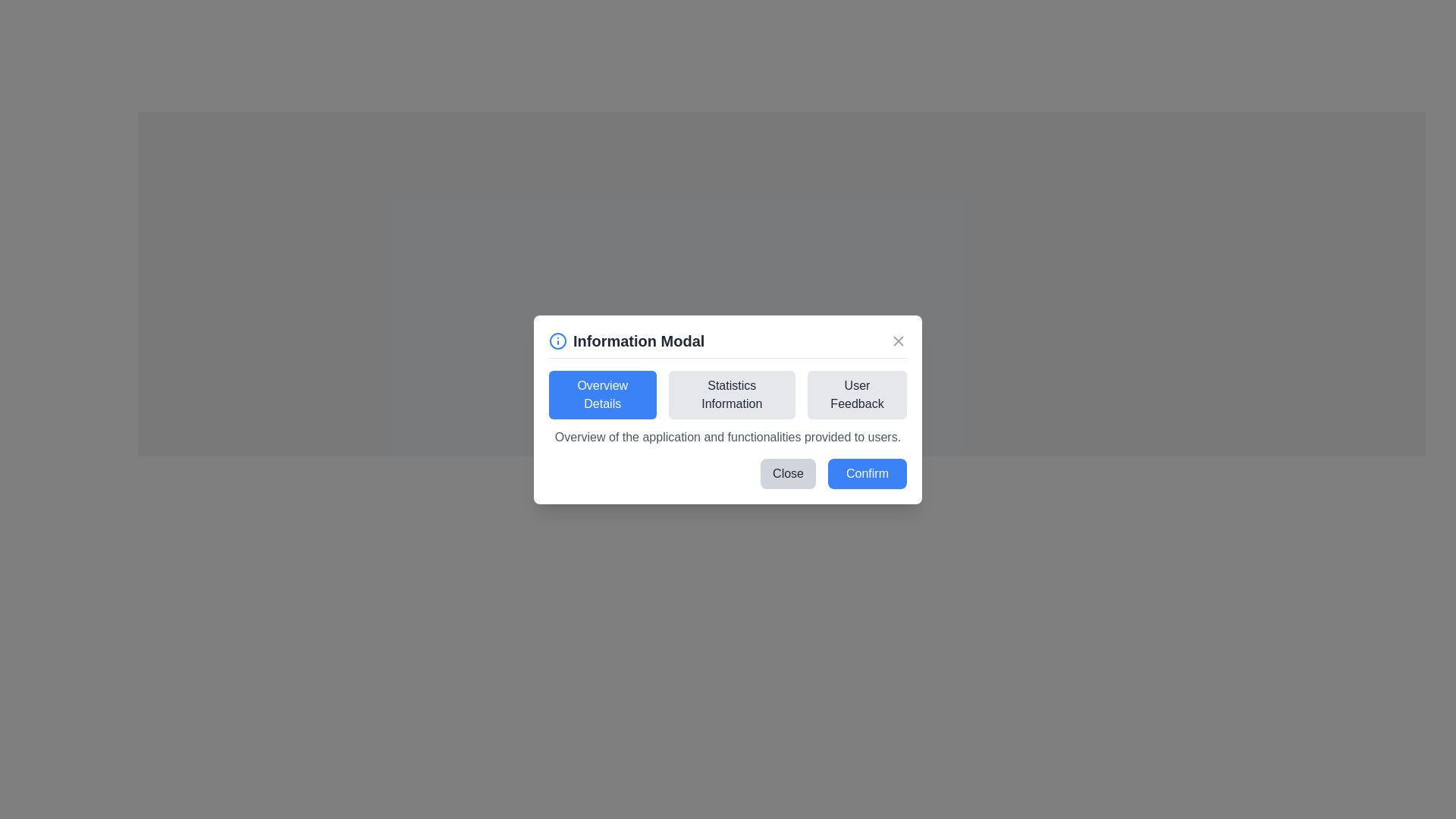 The width and height of the screenshot is (1456, 819). Describe the element at coordinates (867, 472) in the screenshot. I see `the 'Confirm' button, which is a rounded rectangular button with a bright blue background and white text, located on the right side of the modal footer` at that location.